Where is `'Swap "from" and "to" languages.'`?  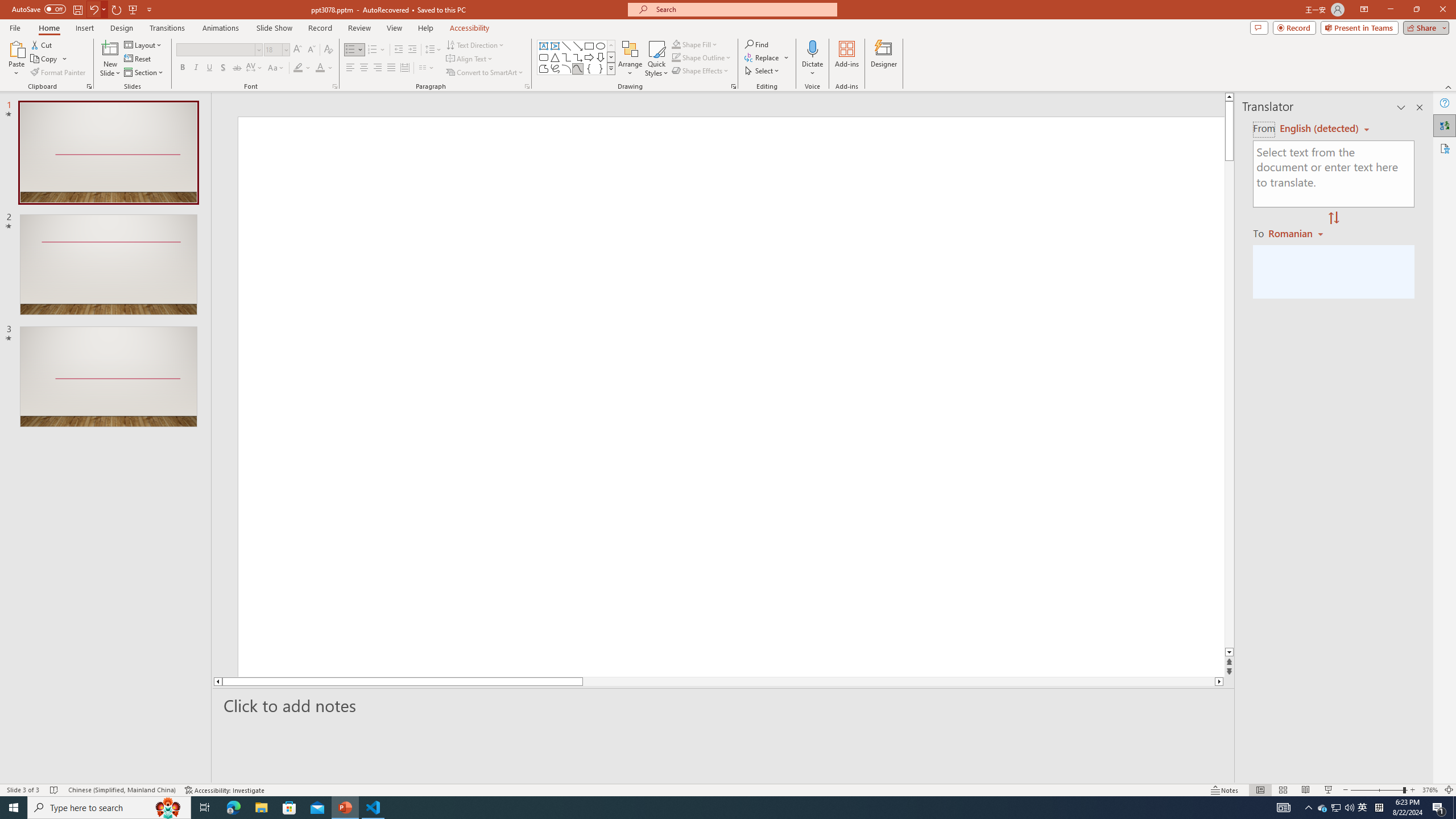
'Swap "from" and "to" languages.' is located at coordinates (1333, 218).